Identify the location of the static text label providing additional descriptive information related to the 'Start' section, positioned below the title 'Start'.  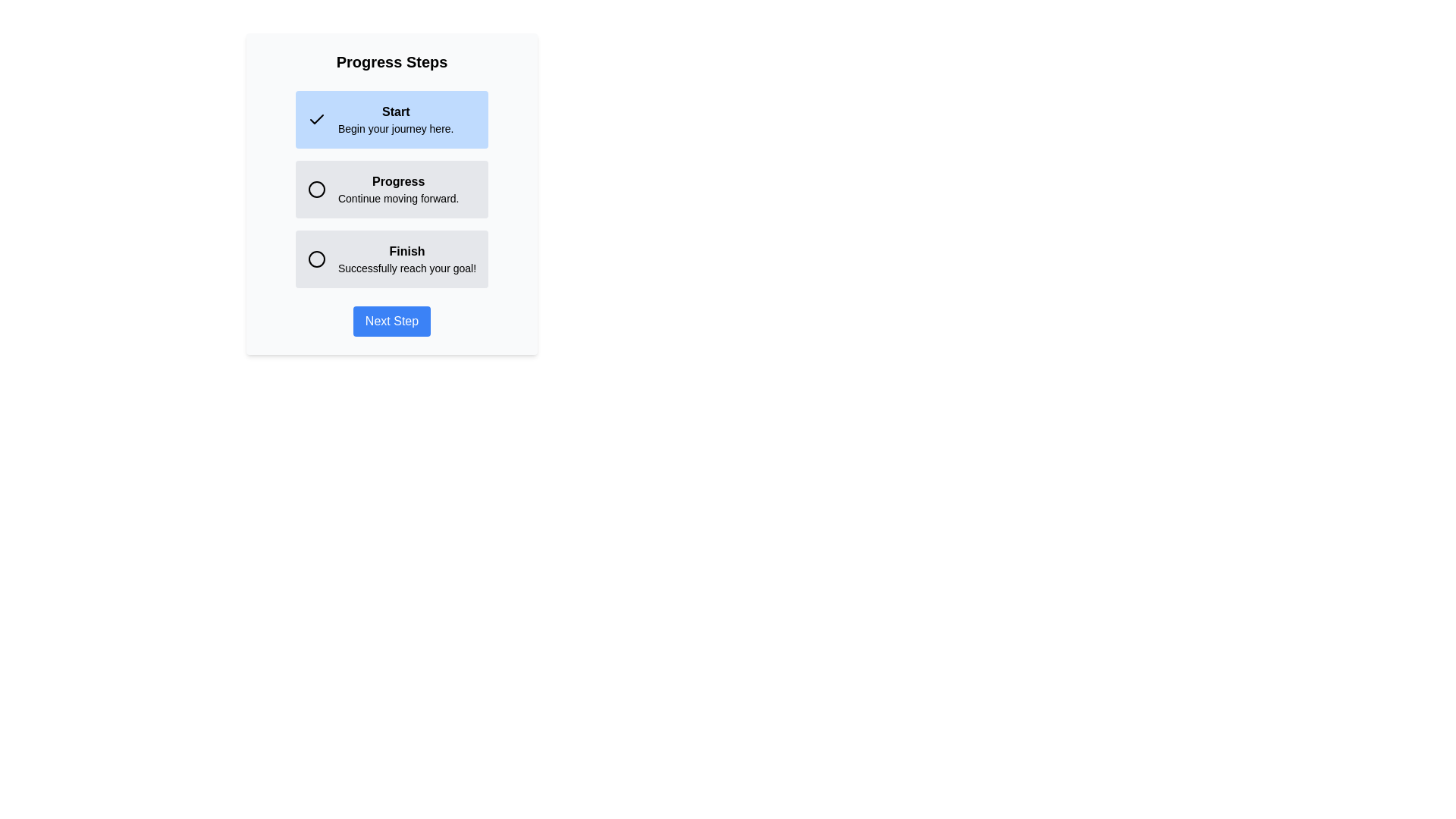
(396, 127).